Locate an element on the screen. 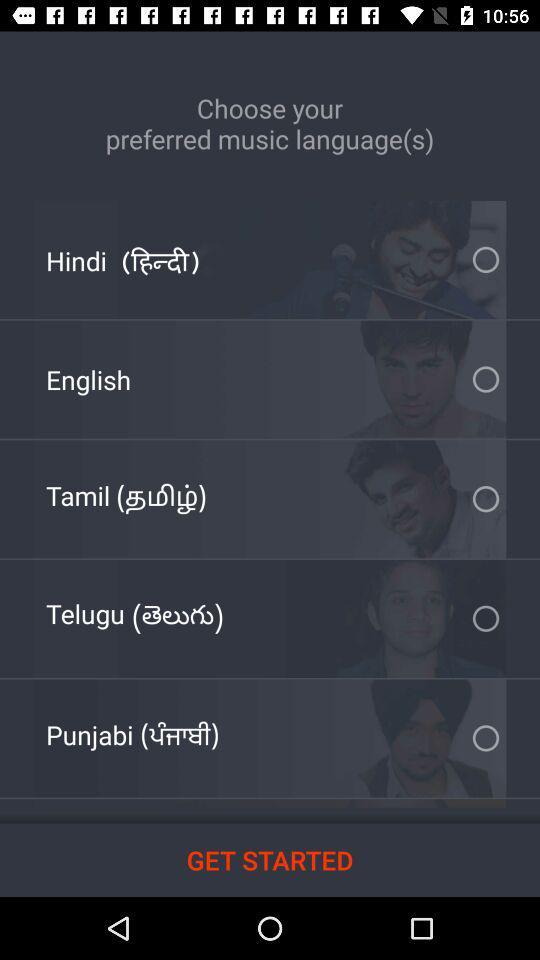  get started is located at coordinates (270, 859).